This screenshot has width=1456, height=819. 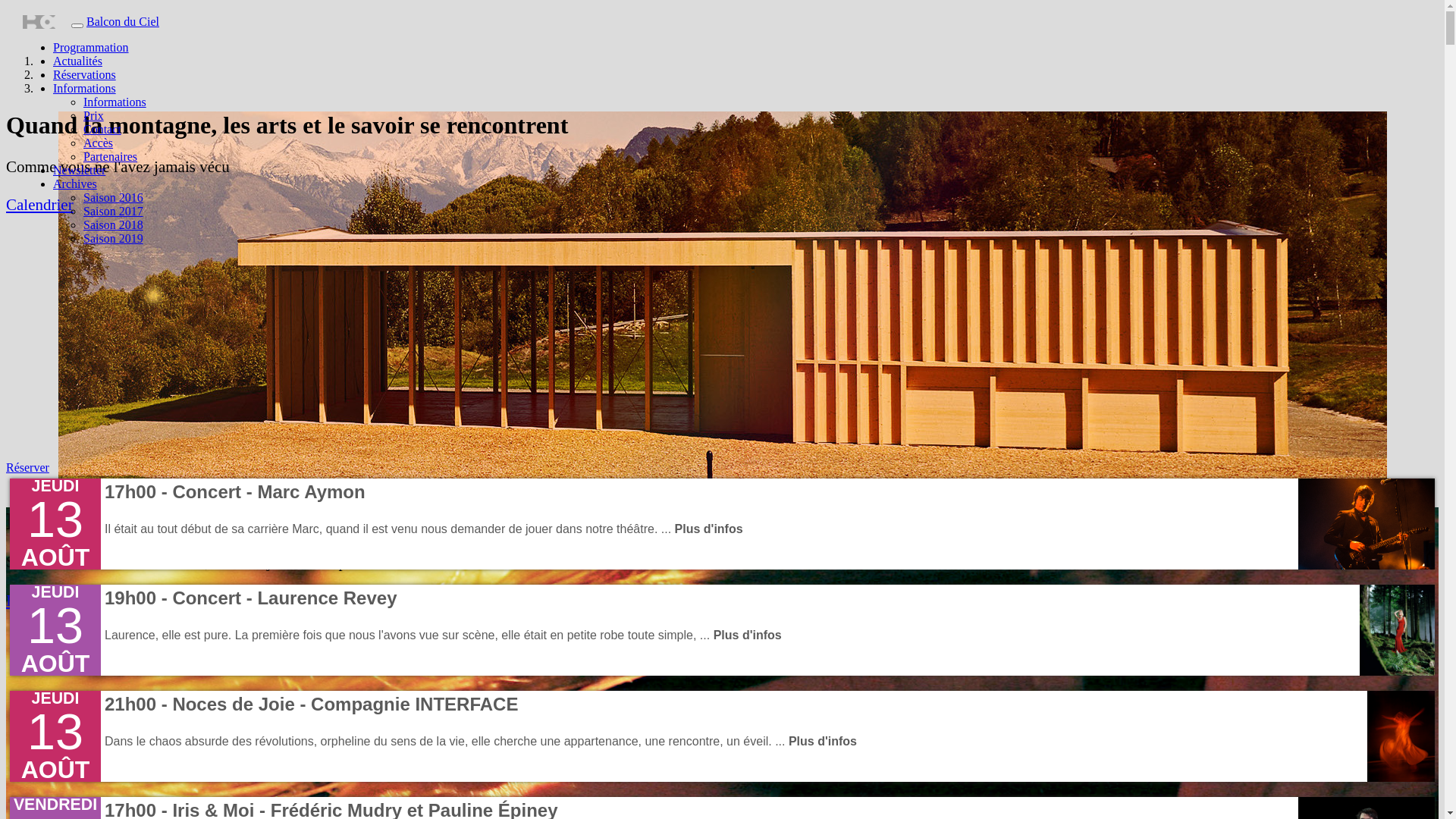 I want to click on 'Programmation', so click(x=90, y=46).